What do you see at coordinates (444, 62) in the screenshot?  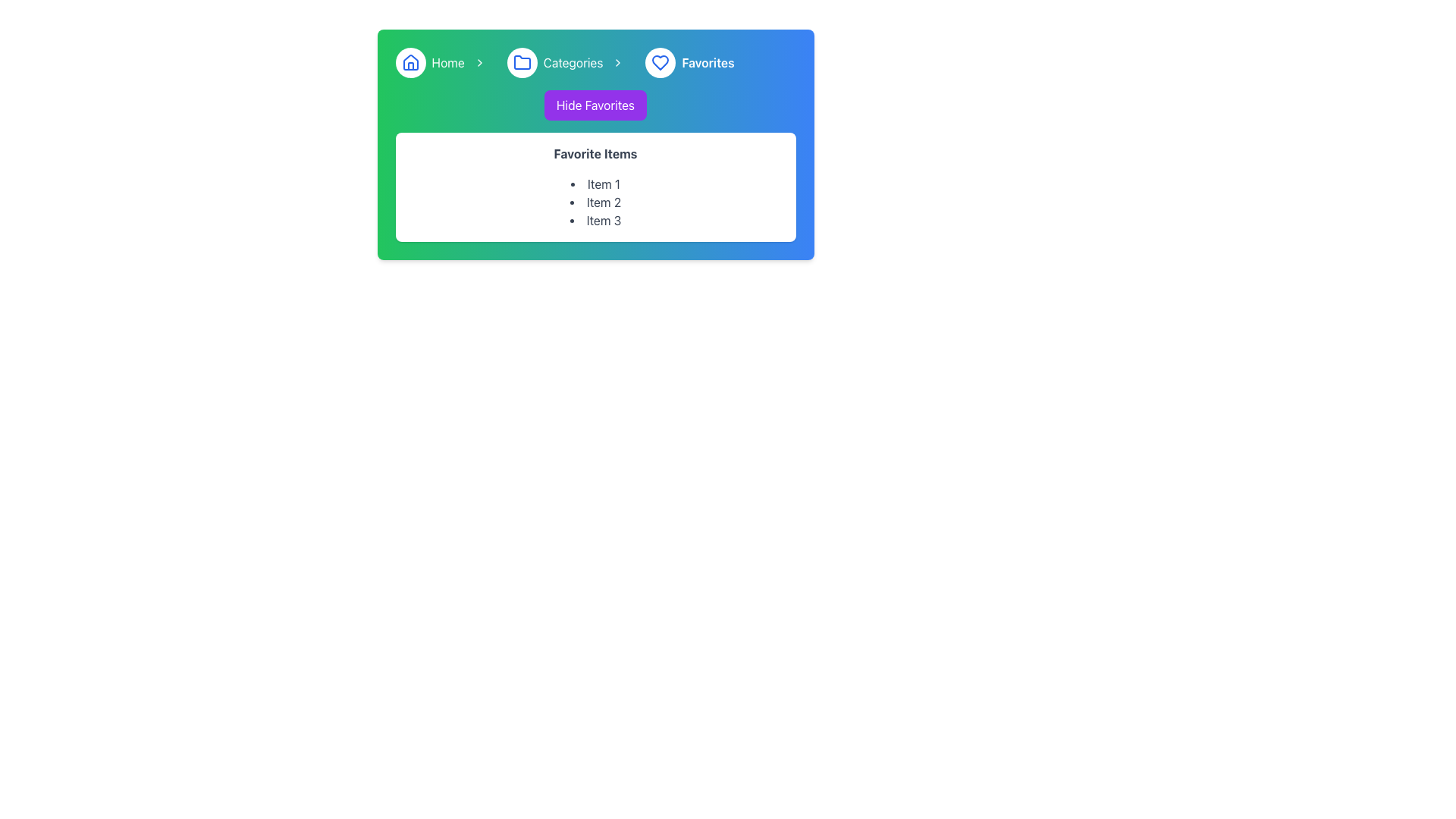 I see `the Navigation link located at the far-left of the top navigation bar to return to the home page or dashboard` at bounding box center [444, 62].